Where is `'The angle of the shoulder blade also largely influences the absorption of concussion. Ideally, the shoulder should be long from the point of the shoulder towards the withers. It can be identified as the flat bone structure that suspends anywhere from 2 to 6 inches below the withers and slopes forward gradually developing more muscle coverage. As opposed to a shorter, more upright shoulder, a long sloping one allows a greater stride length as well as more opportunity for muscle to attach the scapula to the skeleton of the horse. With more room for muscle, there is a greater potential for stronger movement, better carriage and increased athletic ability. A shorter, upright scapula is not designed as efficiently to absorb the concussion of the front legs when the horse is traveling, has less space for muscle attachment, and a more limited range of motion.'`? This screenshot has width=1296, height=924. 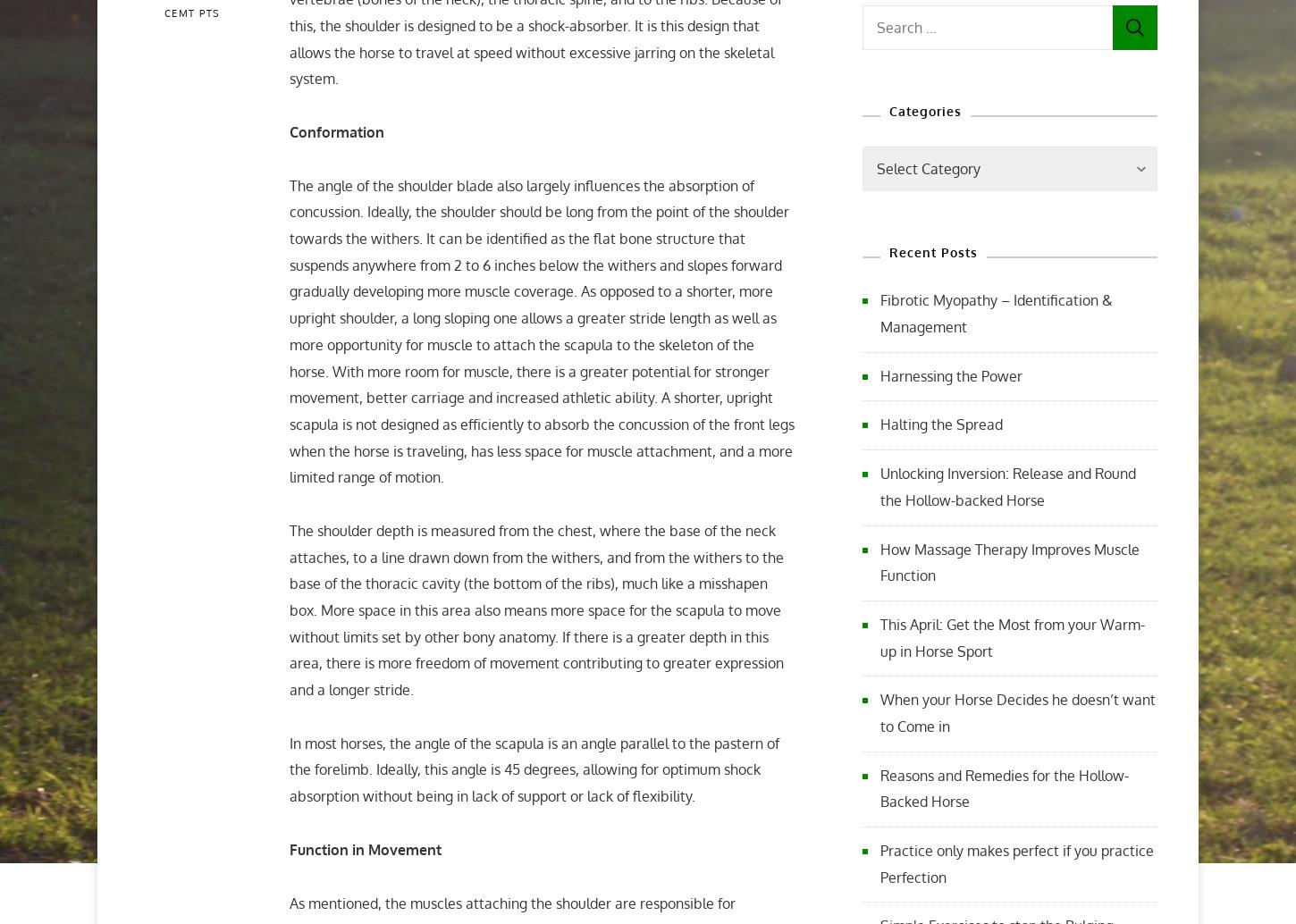
'The angle of the shoulder blade also largely influences the absorption of concussion. Ideally, the shoulder should be long from the point of the shoulder towards the withers. It can be identified as the flat bone structure that suspends anywhere from 2 to 6 inches below the withers and slopes forward gradually developing more muscle coverage. As opposed to a shorter, more upright shoulder, a long sloping one allows a greater stride length as well as more opportunity for muscle to attach the scapula to the skeleton of the horse. With more room for muscle, there is a greater potential for stronger movement, better carriage and increased athletic ability. A shorter, upright scapula is not designed as efficiently to absorb the concussion of the front legs when the horse is traveling, has less space for muscle attachment, and a more limited range of motion.' is located at coordinates (541, 330).